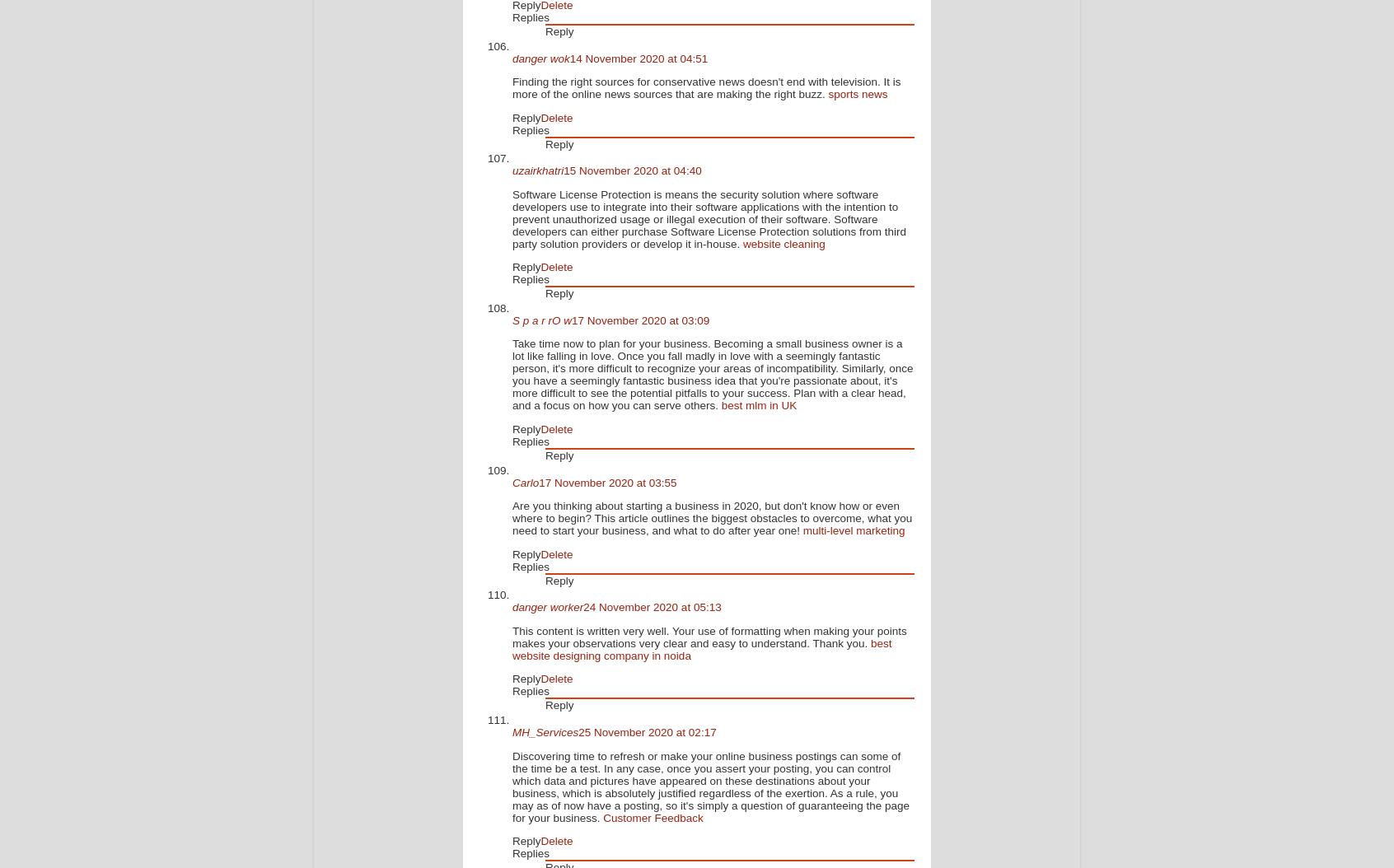 The image size is (1394, 868). I want to click on 'uzairkhatri', so click(537, 170).